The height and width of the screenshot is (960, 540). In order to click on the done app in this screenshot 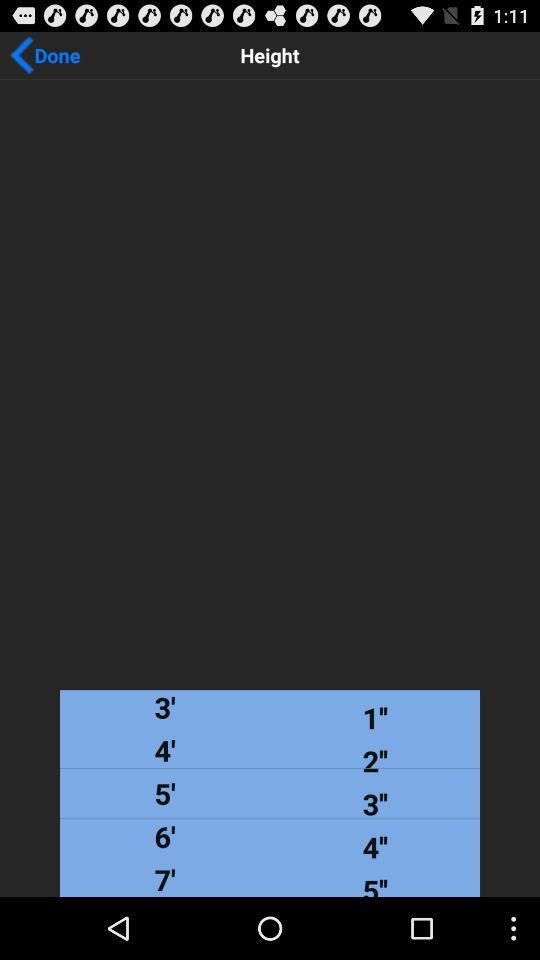, I will do `click(44, 54)`.